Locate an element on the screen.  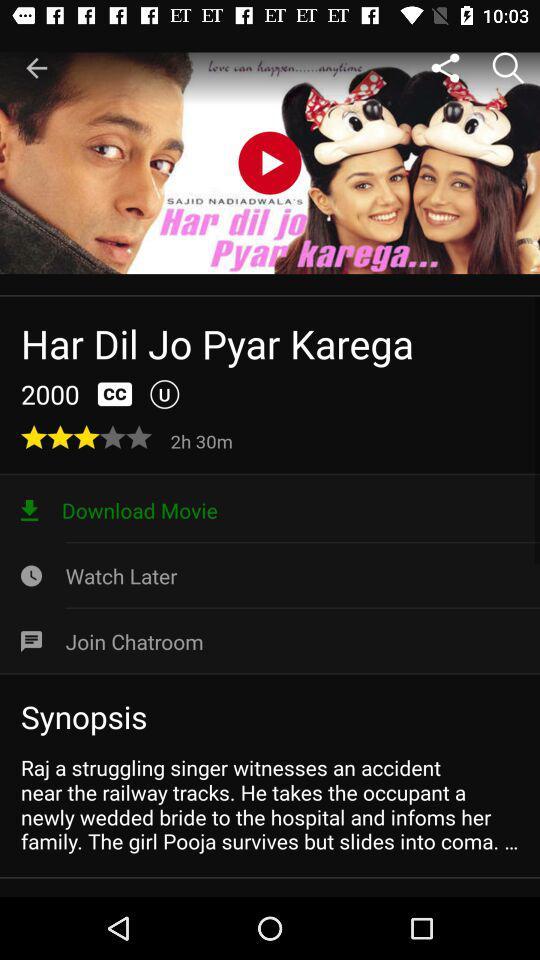
icon below download movie icon is located at coordinates (270, 576).